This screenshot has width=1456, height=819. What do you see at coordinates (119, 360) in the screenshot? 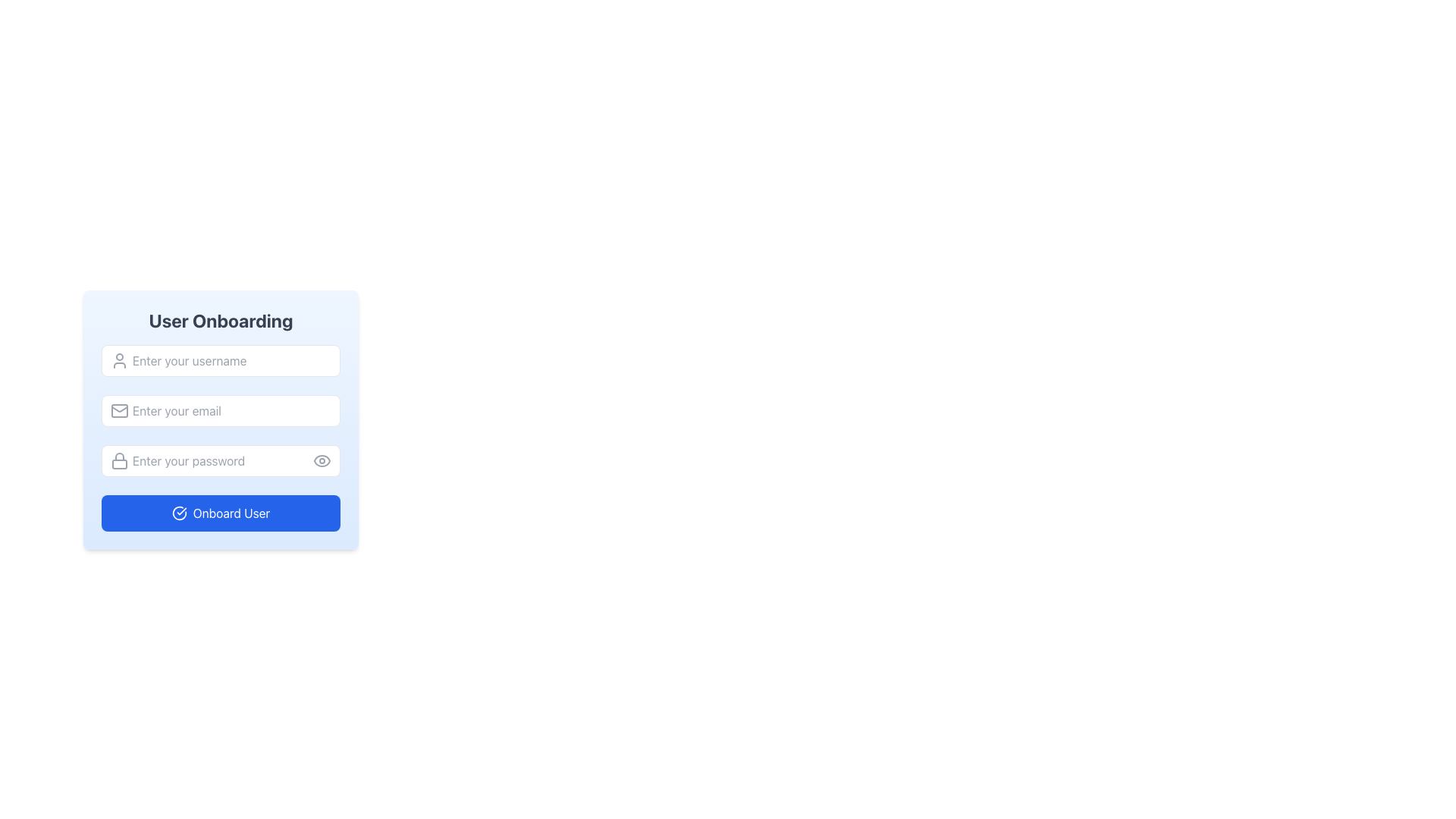
I see `the user icon inside the username input field in the 'User Onboarding' section, which serves as a visual hint for the field's purpose` at bounding box center [119, 360].